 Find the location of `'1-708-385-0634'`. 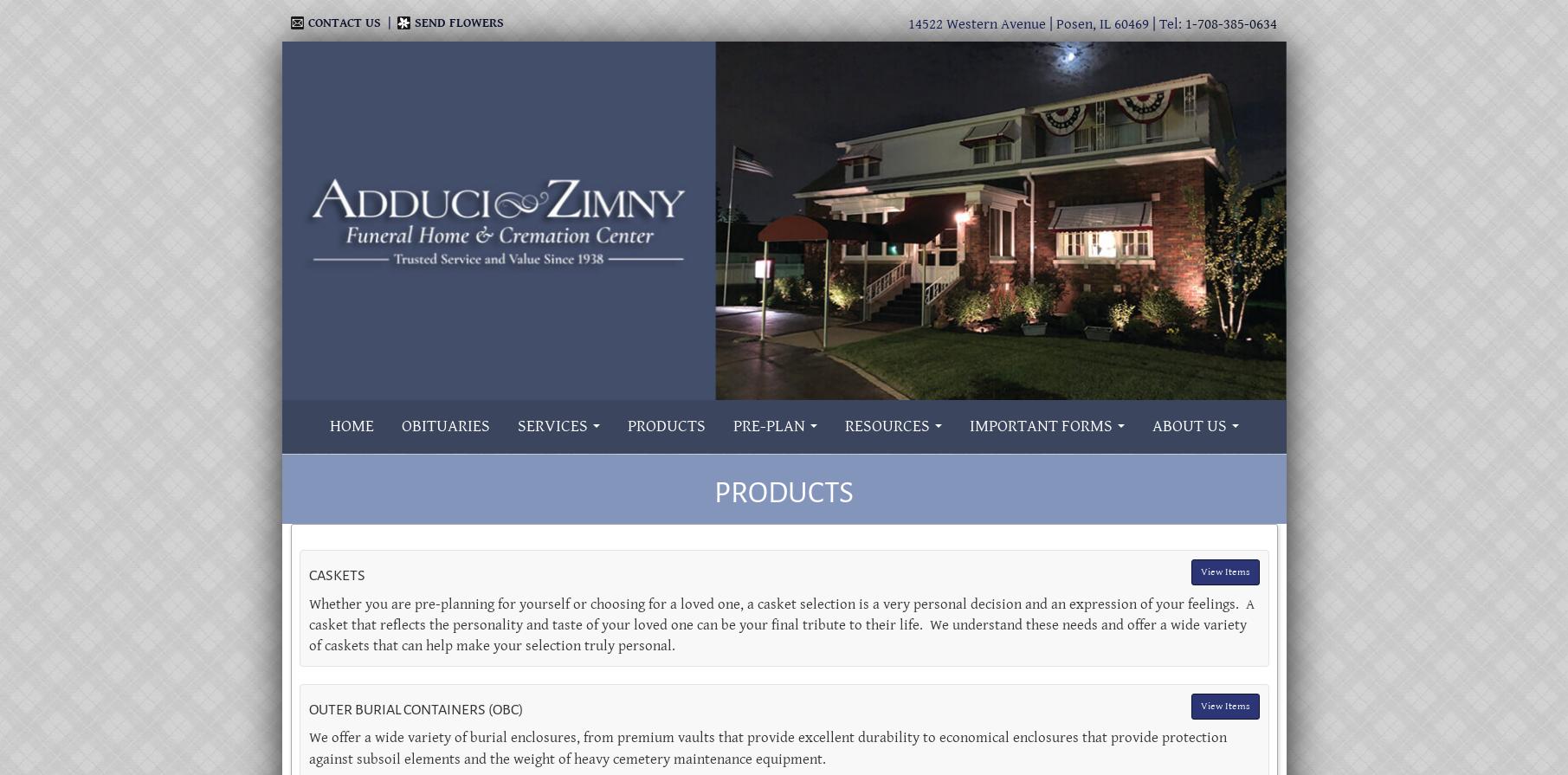

'1-708-385-0634' is located at coordinates (1230, 24).